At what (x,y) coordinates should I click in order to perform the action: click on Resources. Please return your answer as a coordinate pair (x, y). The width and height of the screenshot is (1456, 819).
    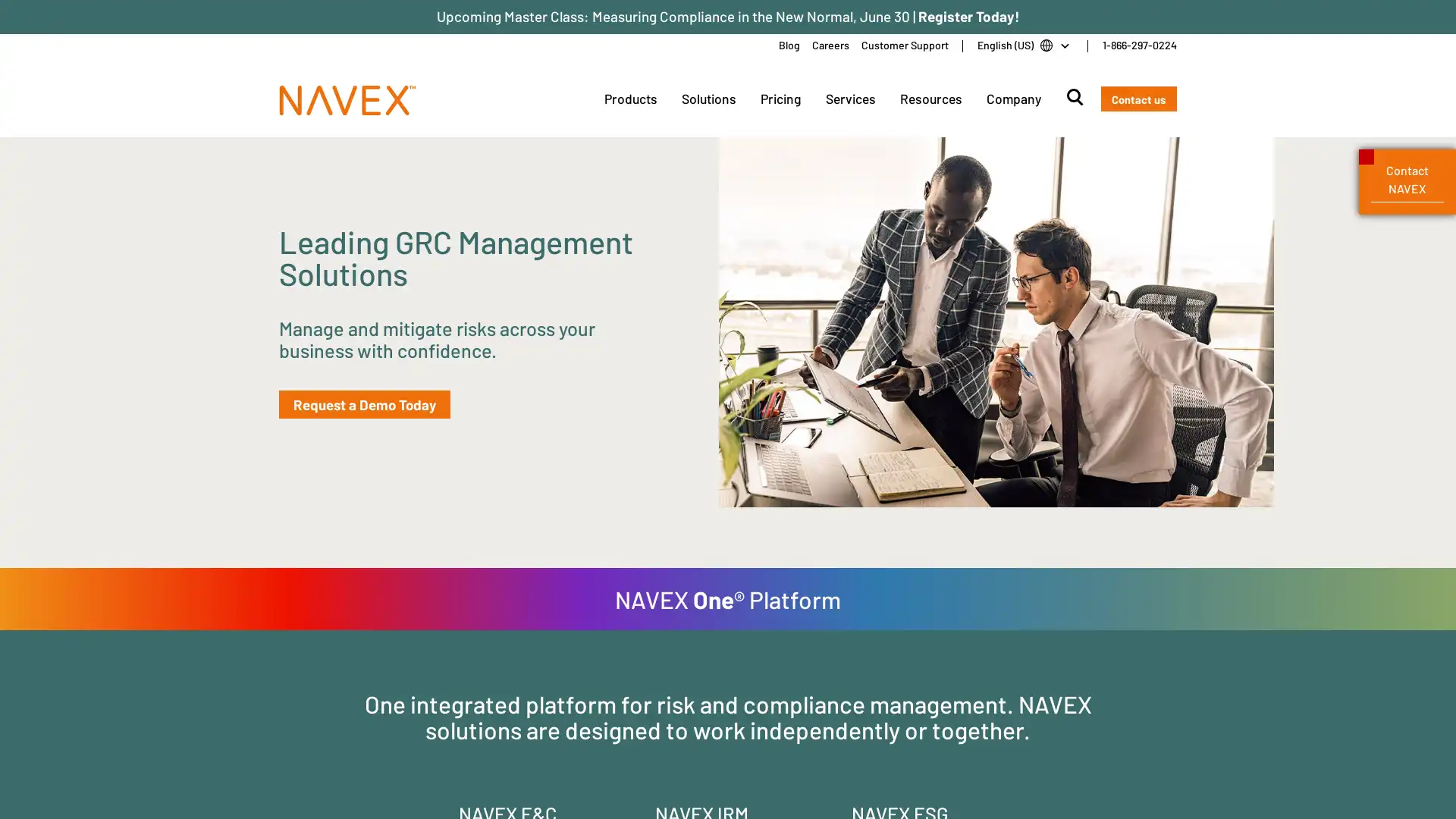
    Looking at the image, I should click on (930, 99).